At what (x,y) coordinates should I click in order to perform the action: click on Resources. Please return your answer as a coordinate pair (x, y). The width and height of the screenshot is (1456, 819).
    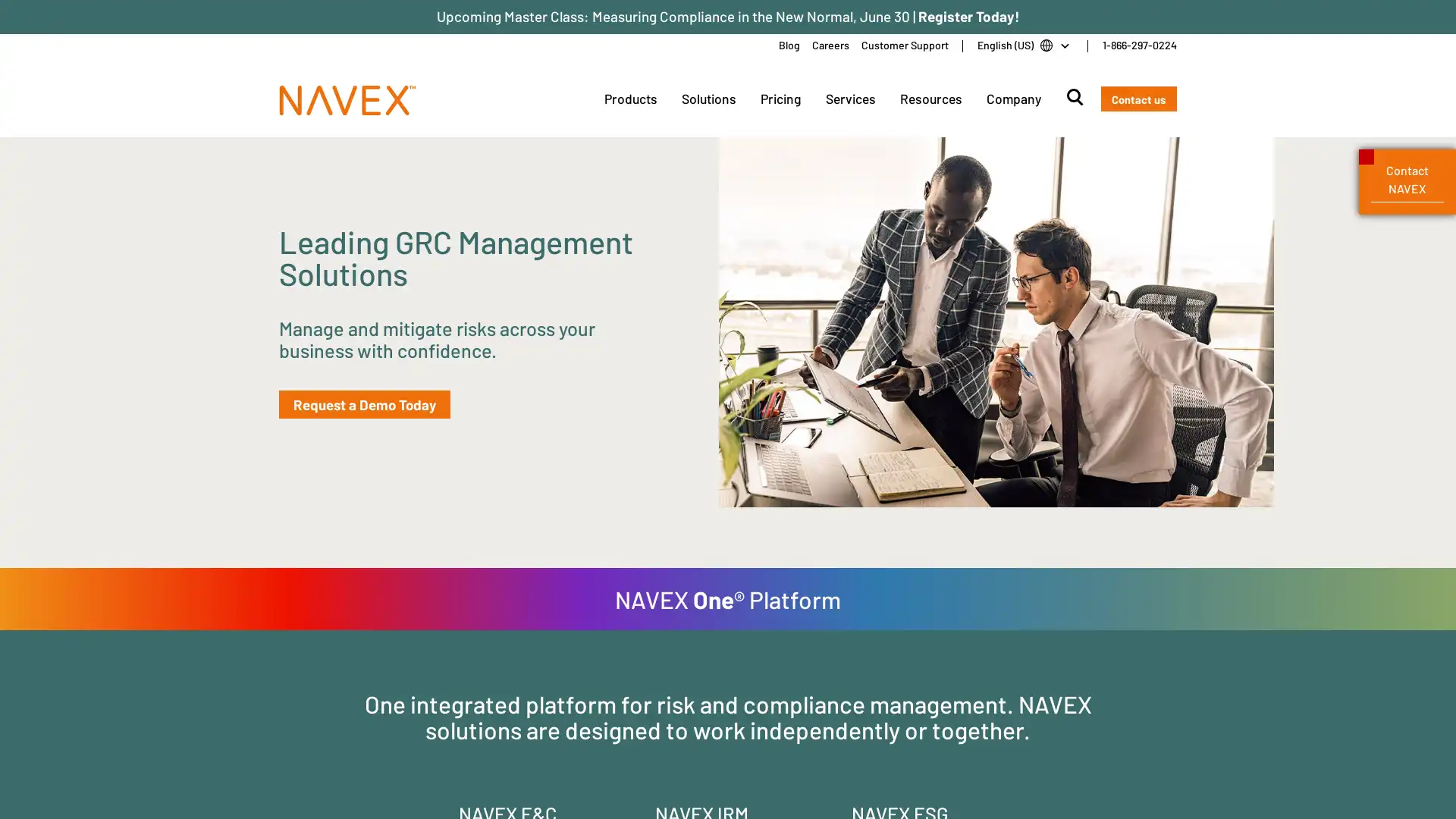
    Looking at the image, I should click on (930, 99).